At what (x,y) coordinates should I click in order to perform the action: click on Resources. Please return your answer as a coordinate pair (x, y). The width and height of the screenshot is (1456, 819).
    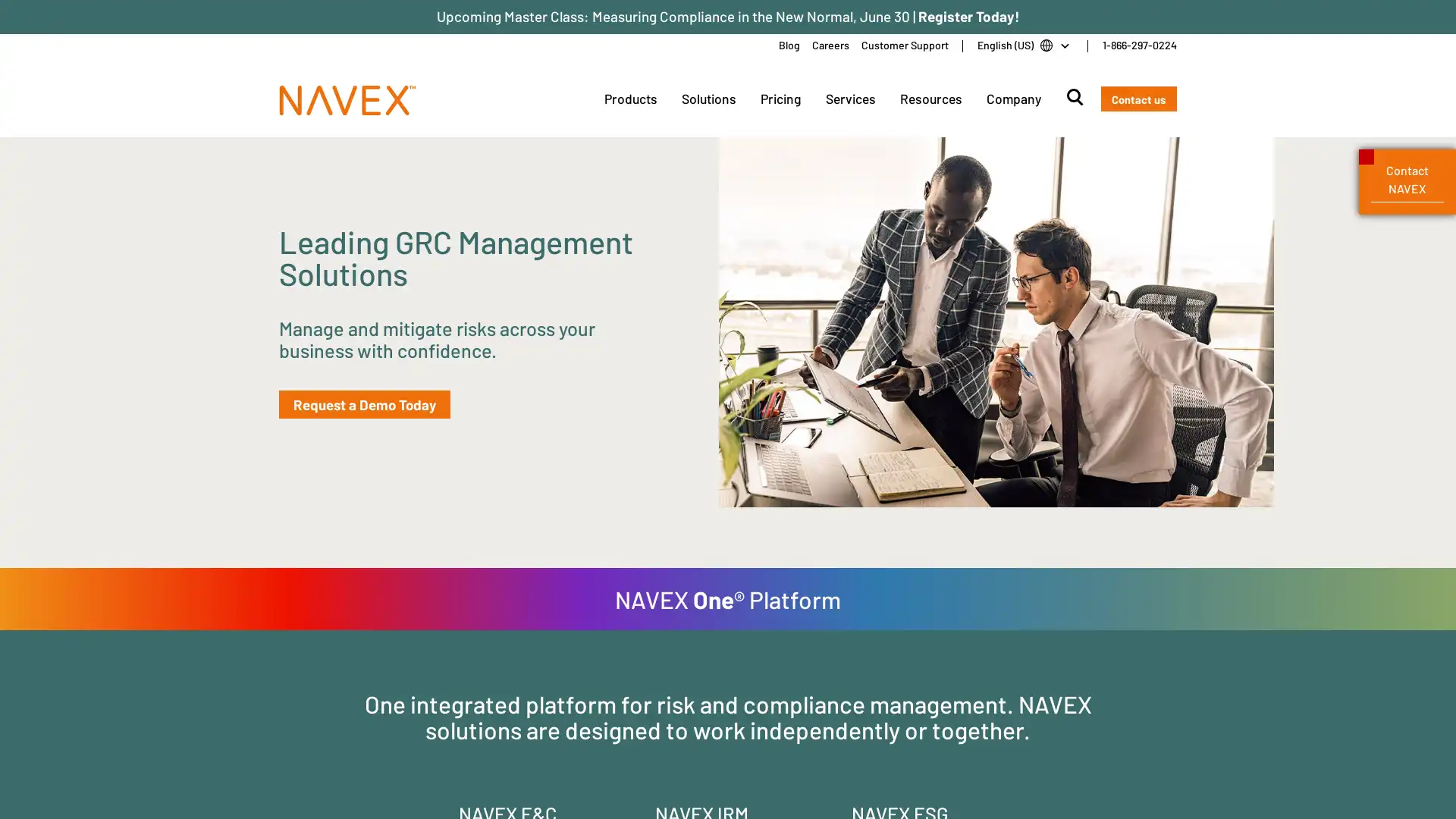
    Looking at the image, I should click on (930, 99).